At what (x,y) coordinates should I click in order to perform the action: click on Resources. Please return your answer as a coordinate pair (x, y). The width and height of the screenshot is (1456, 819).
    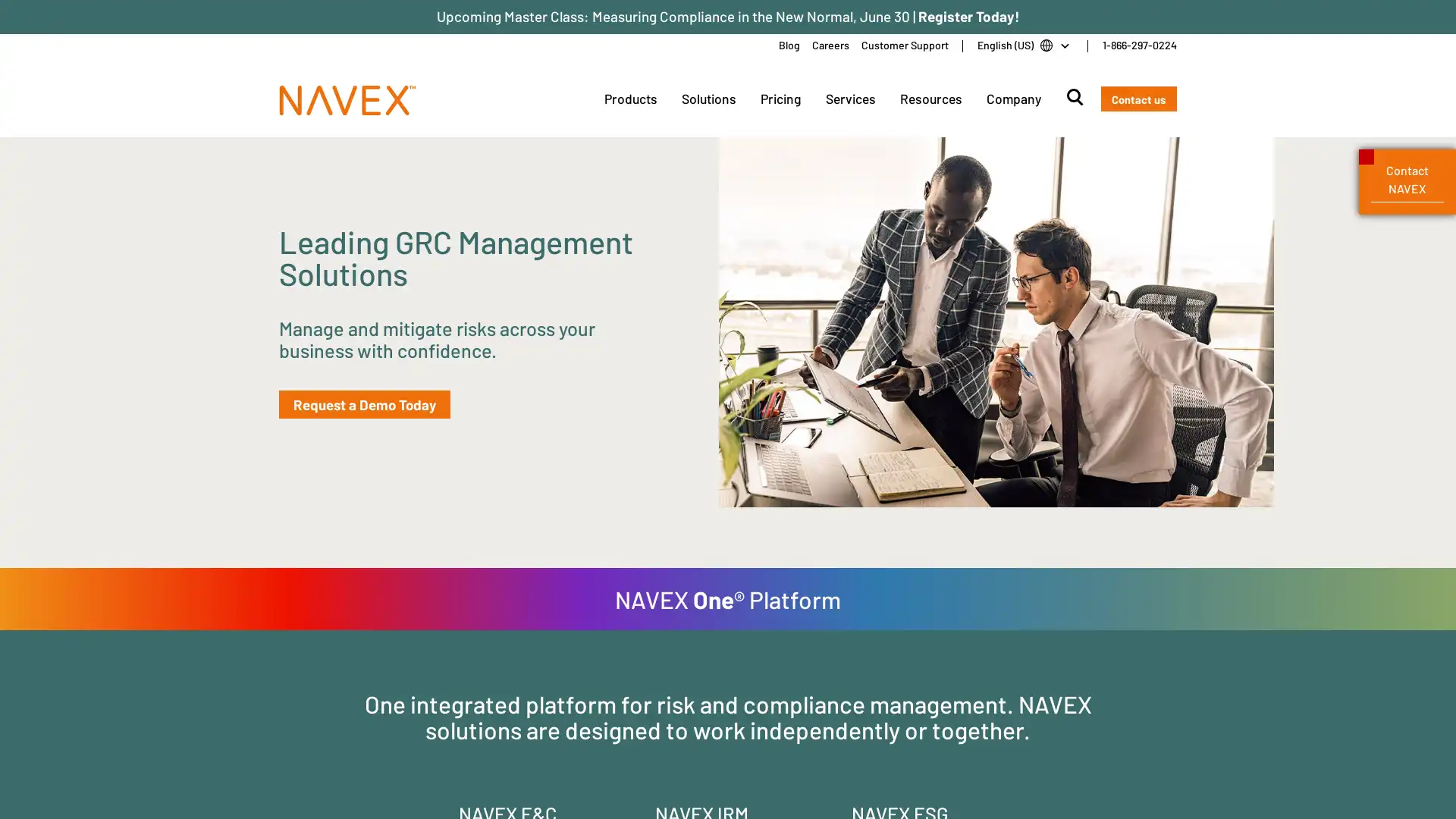
    Looking at the image, I should click on (930, 99).